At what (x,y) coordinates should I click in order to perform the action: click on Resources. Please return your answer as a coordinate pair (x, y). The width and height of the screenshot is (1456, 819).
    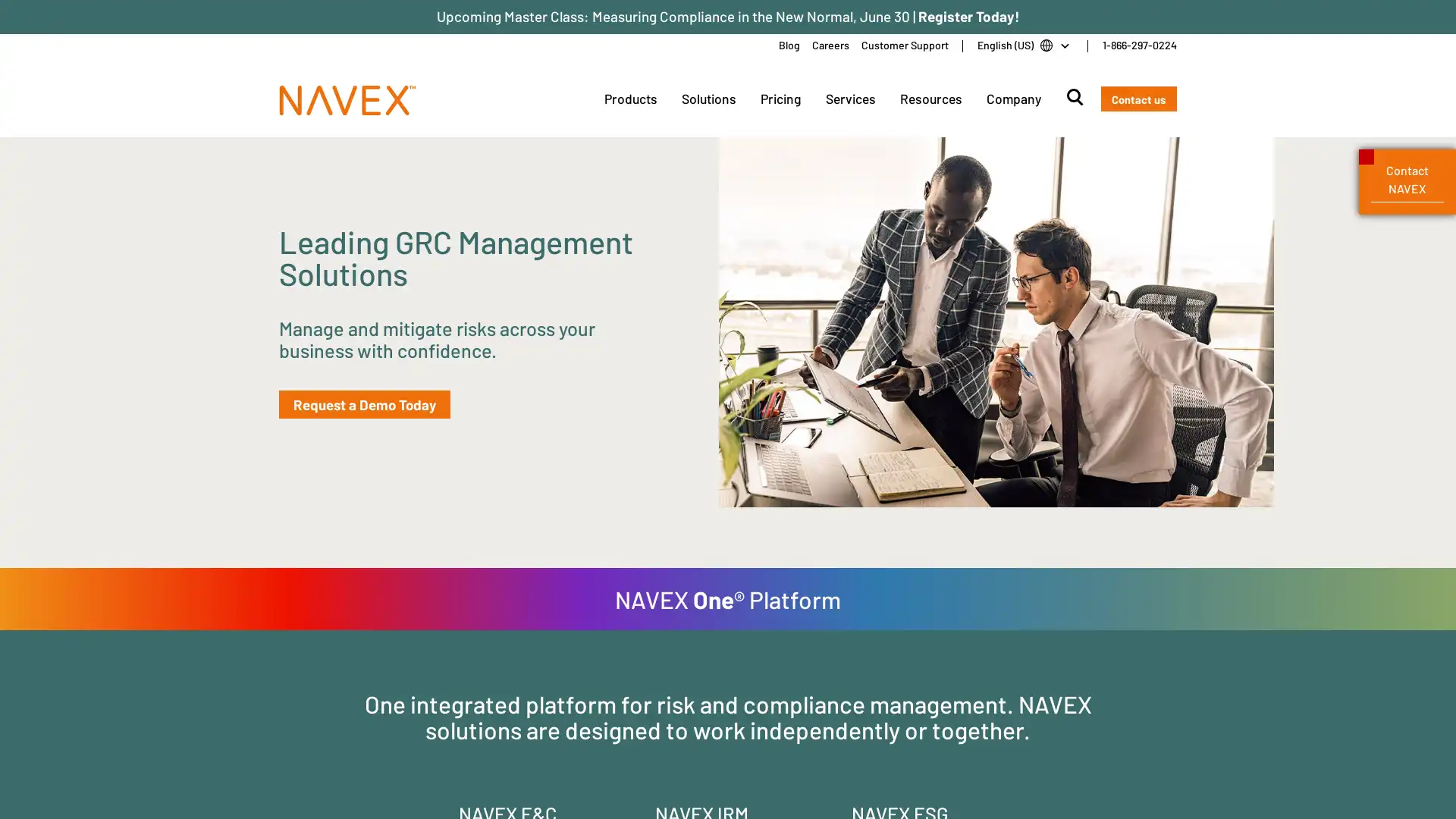
    Looking at the image, I should click on (930, 99).